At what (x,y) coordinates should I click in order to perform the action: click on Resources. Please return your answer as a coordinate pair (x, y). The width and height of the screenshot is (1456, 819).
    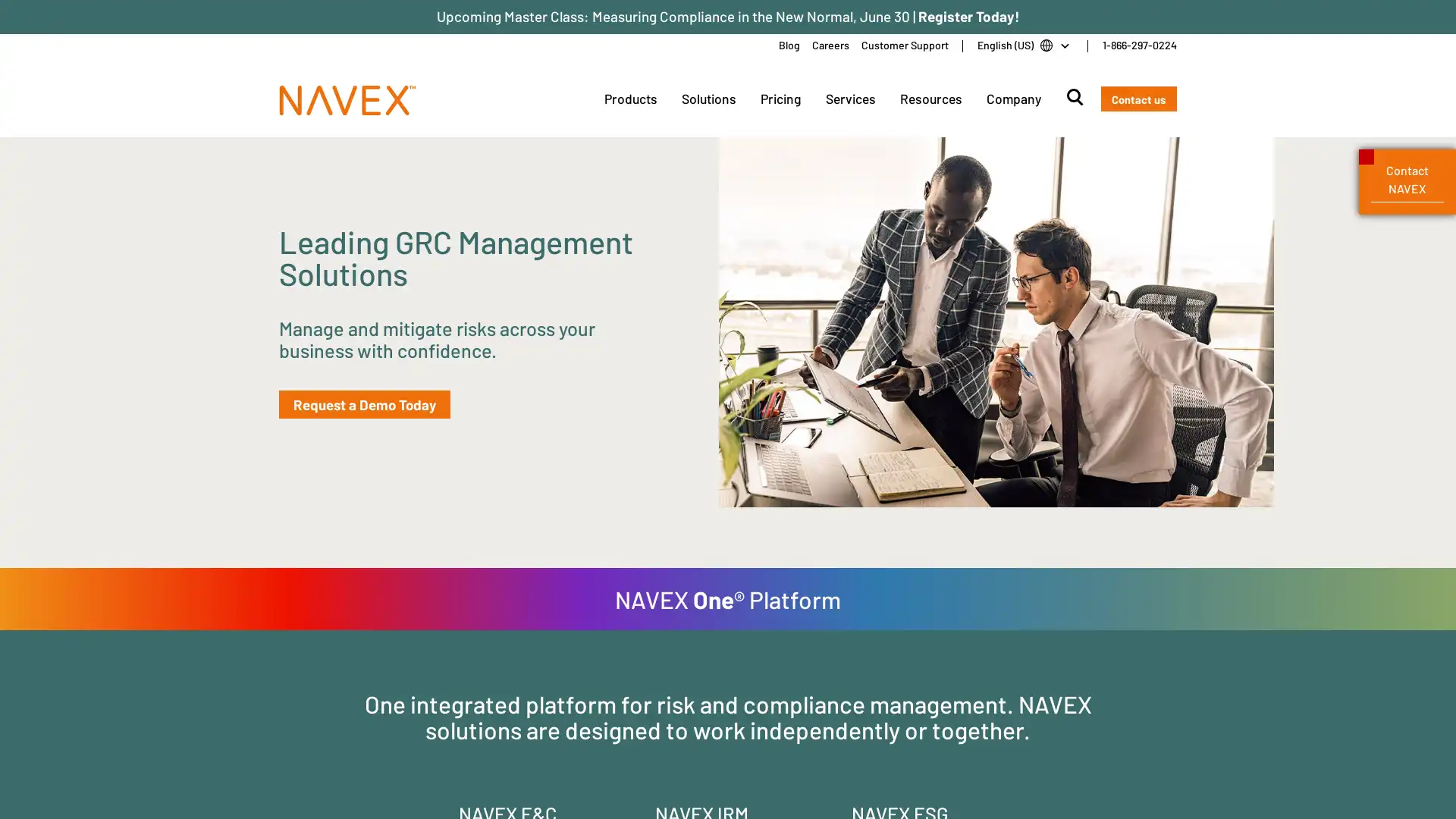
    Looking at the image, I should click on (930, 99).